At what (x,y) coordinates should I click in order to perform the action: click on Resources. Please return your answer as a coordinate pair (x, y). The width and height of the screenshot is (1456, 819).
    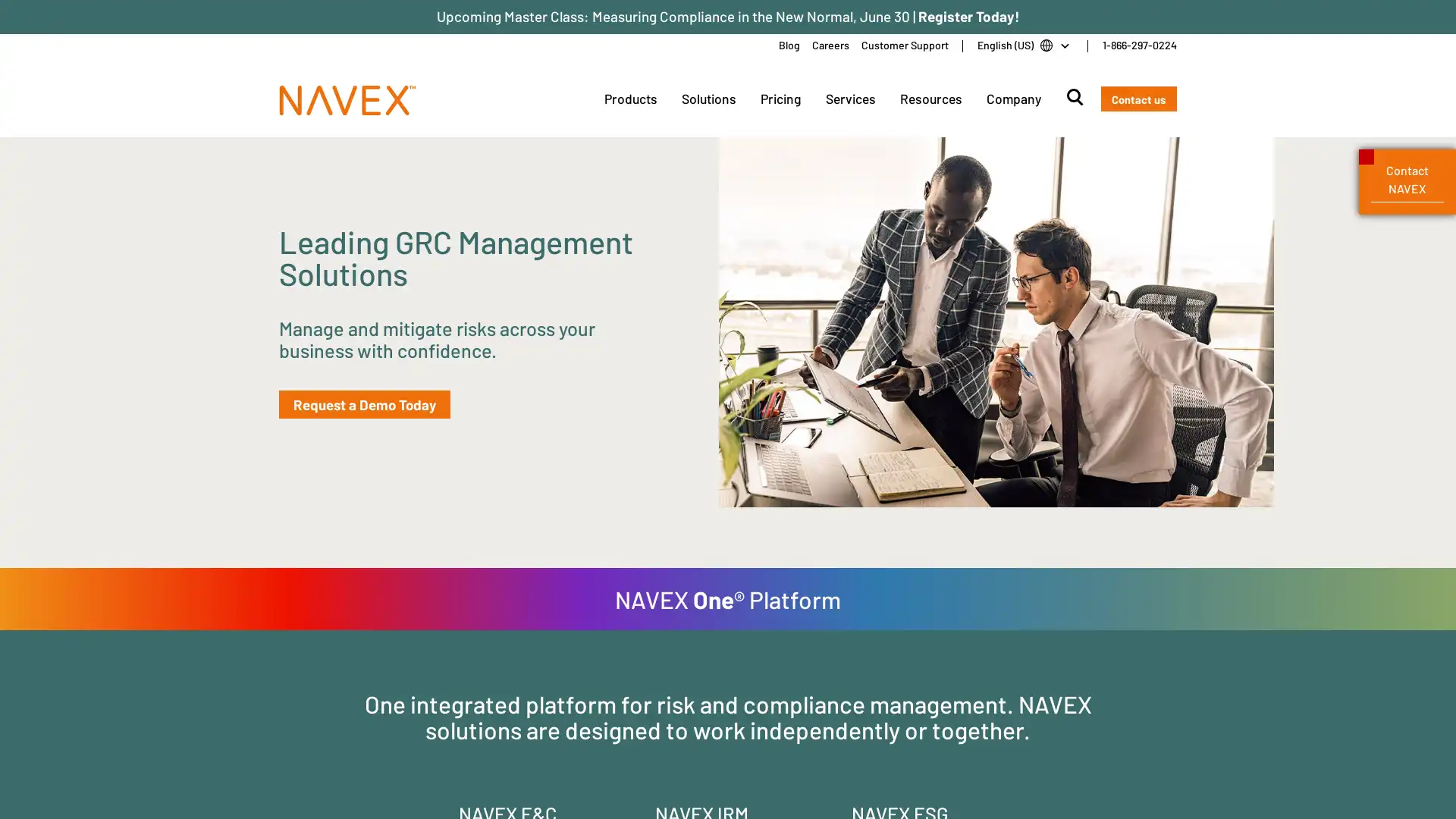
    Looking at the image, I should click on (930, 99).